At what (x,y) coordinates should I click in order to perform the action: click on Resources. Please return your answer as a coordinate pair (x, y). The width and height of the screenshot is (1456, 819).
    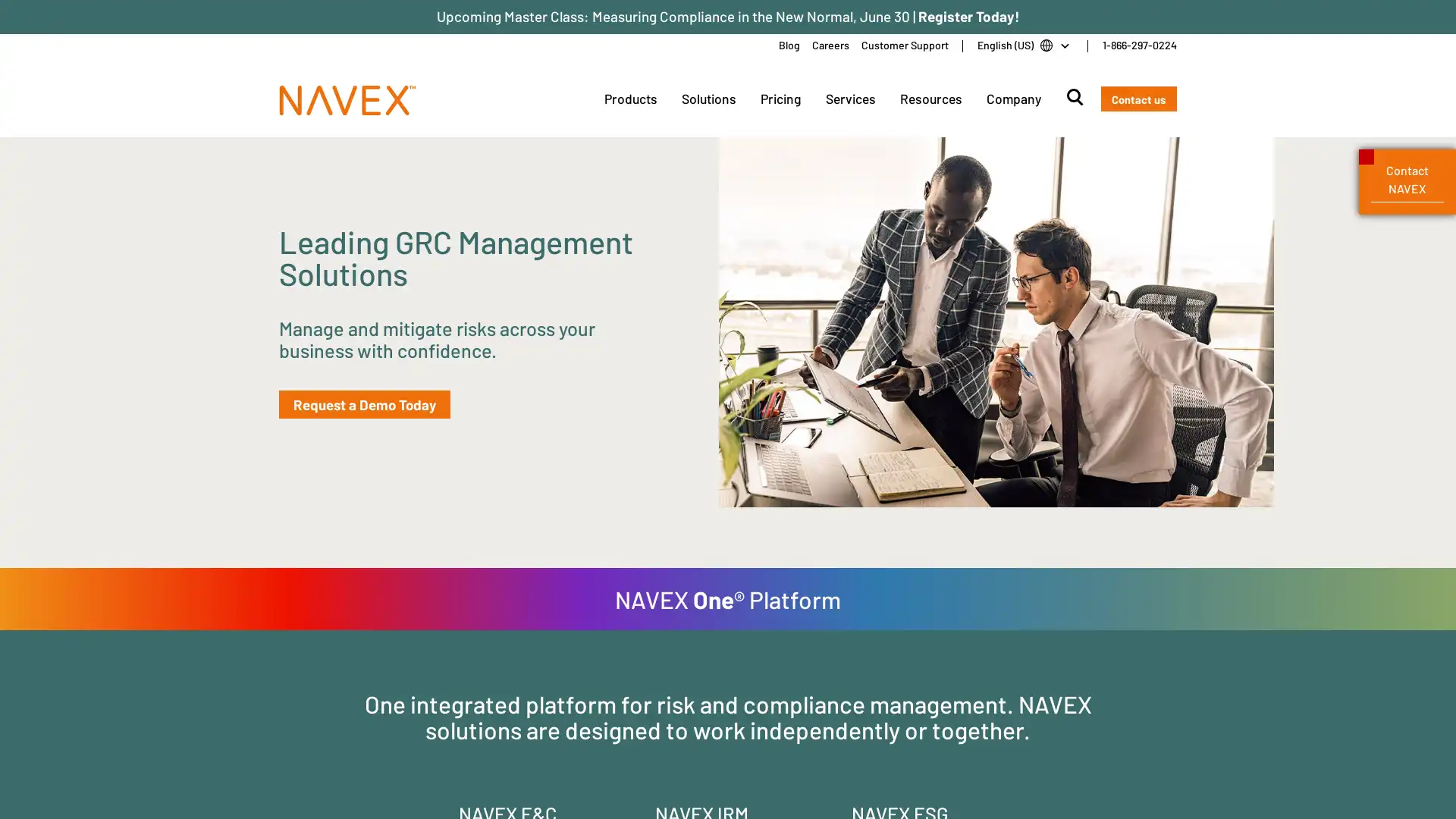
    Looking at the image, I should click on (930, 99).